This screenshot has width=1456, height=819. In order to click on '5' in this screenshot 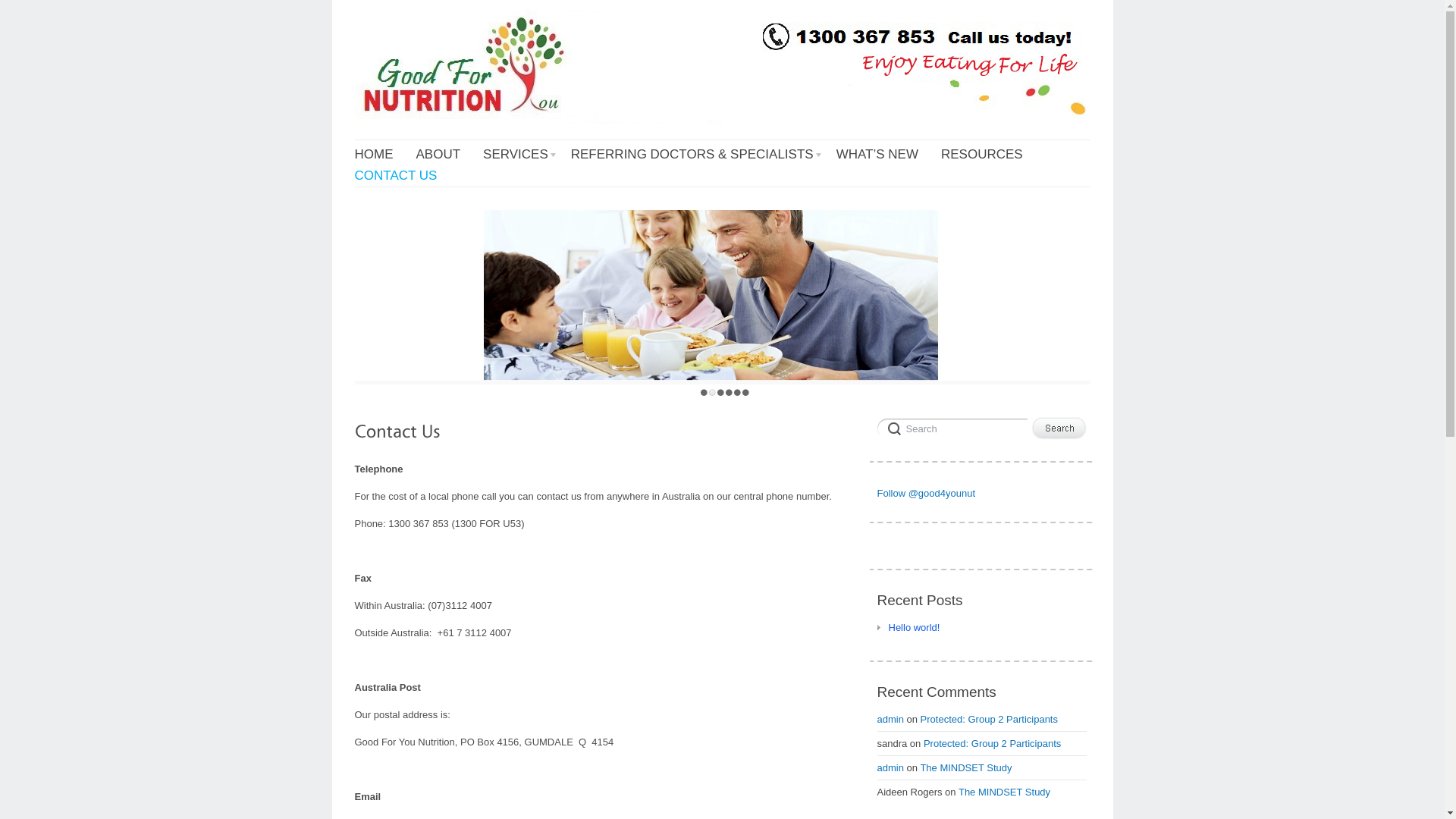, I will do `click(737, 391)`.